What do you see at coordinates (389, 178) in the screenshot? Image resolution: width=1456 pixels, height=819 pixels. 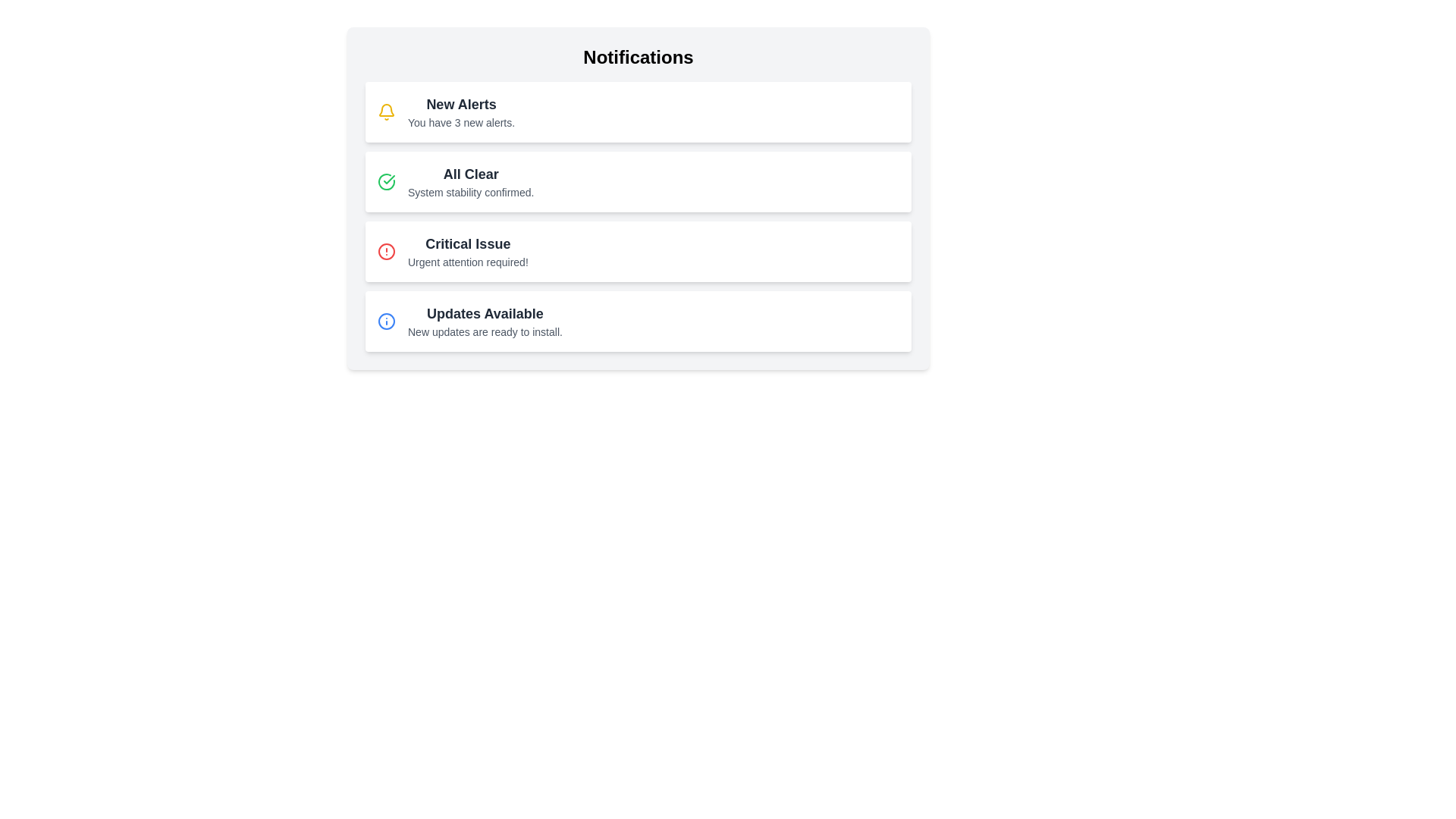 I see `the green checkmark icon within a circle, located on the left side of the 'All Clear' notification item in the 'Notifications' list` at bounding box center [389, 178].